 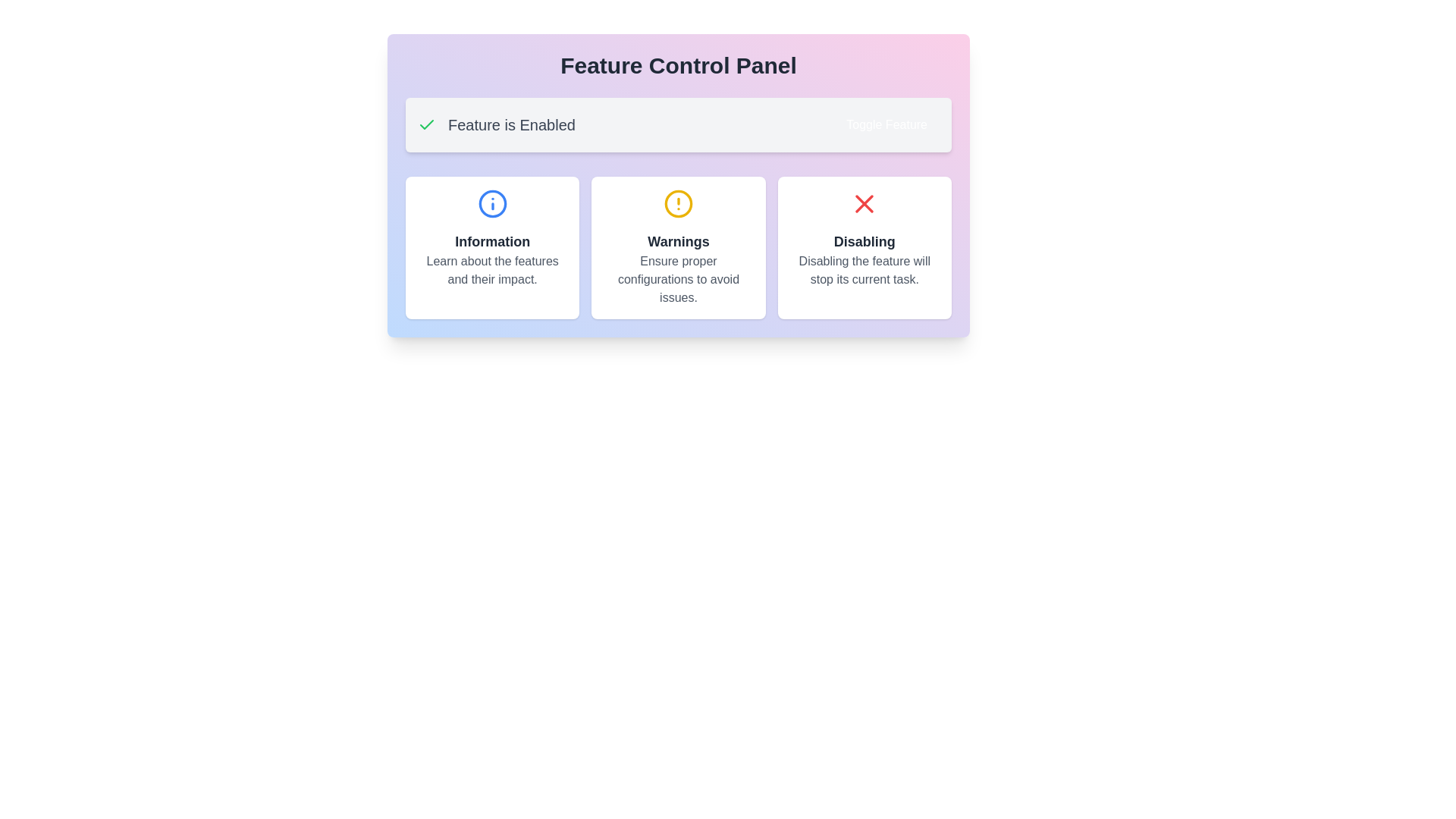 What do you see at coordinates (511, 124) in the screenshot?
I see `the static text label that indicates a feature is enabled, located to the right of the green checkmark icon in the Feature Control Panel` at bounding box center [511, 124].